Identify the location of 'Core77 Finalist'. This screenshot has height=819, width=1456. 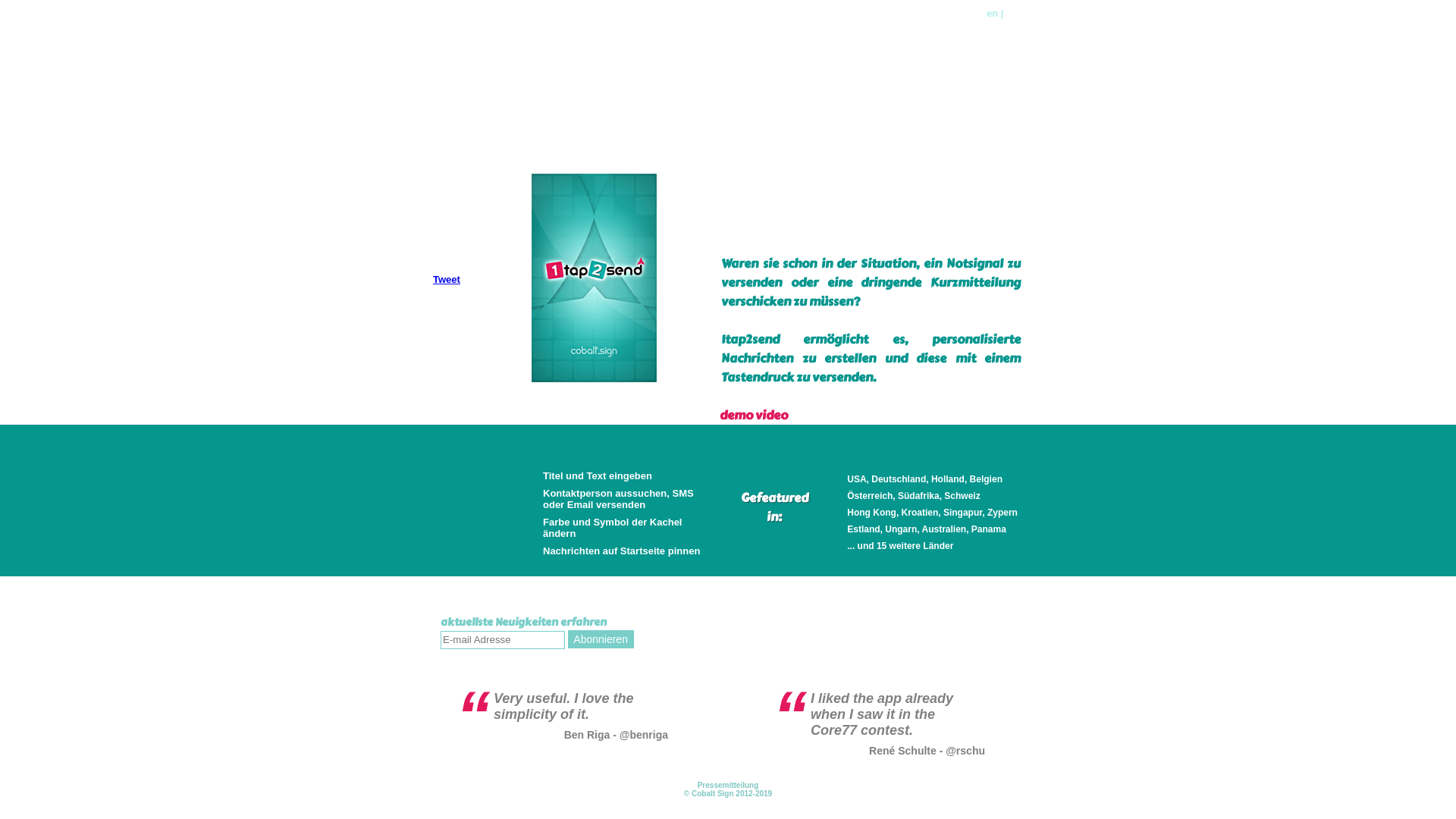
(505, 39).